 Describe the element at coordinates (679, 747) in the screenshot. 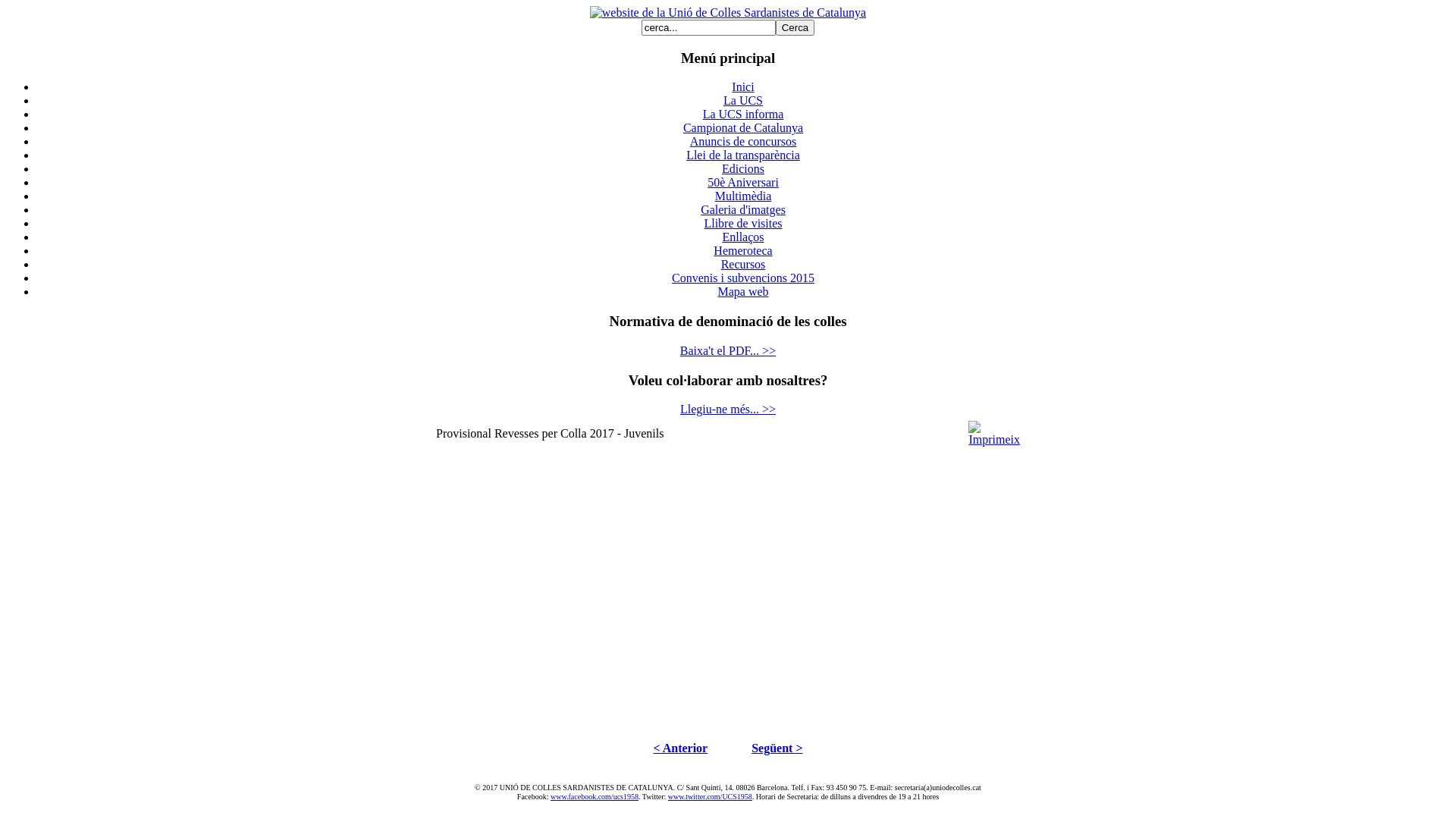

I see `'< Anterior'` at that location.